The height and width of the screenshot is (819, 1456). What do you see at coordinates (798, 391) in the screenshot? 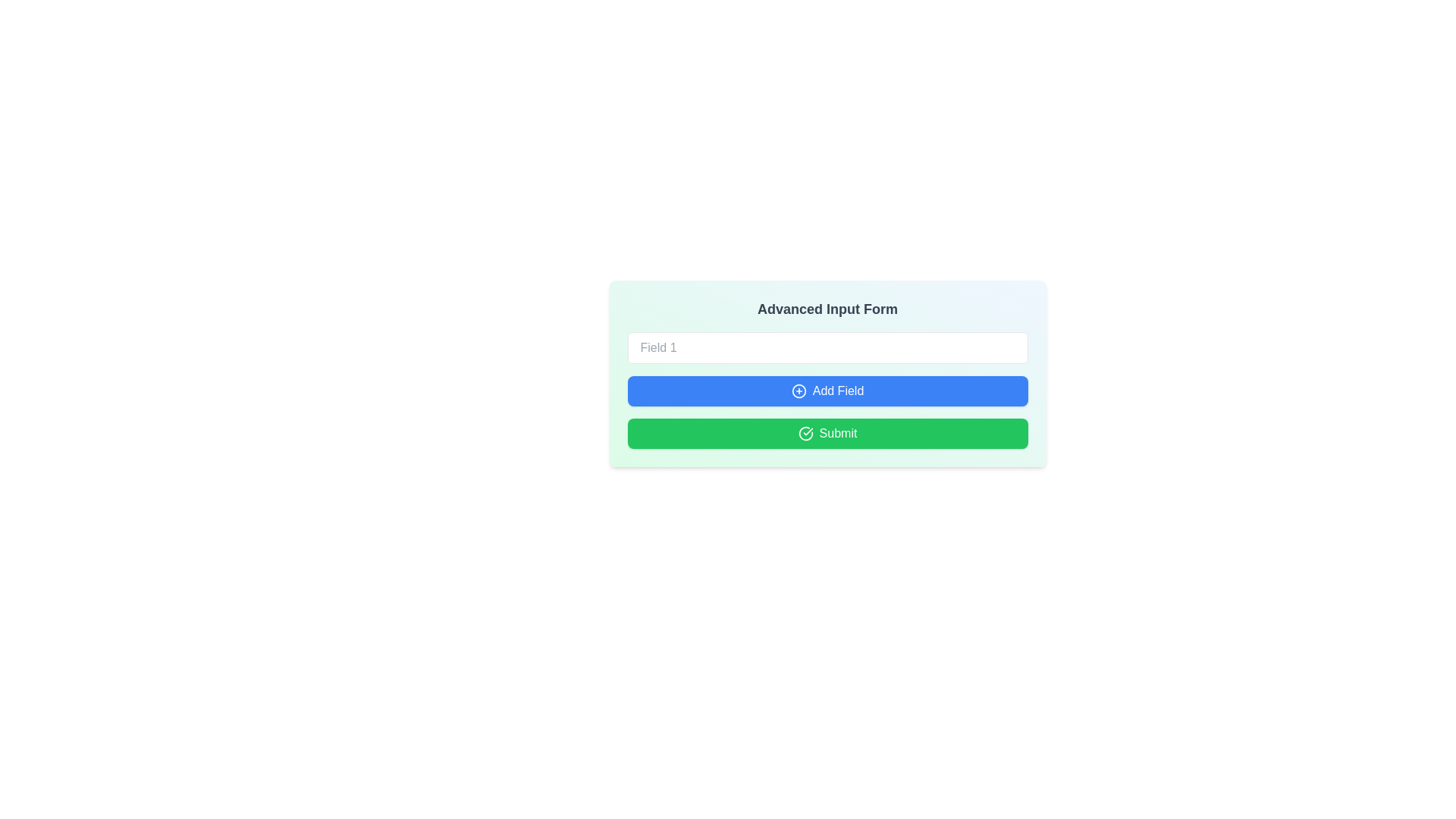
I see `the icon that signifies the action of adding a field, which is positioned to the left of the 'Add Field' button` at bounding box center [798, 391].